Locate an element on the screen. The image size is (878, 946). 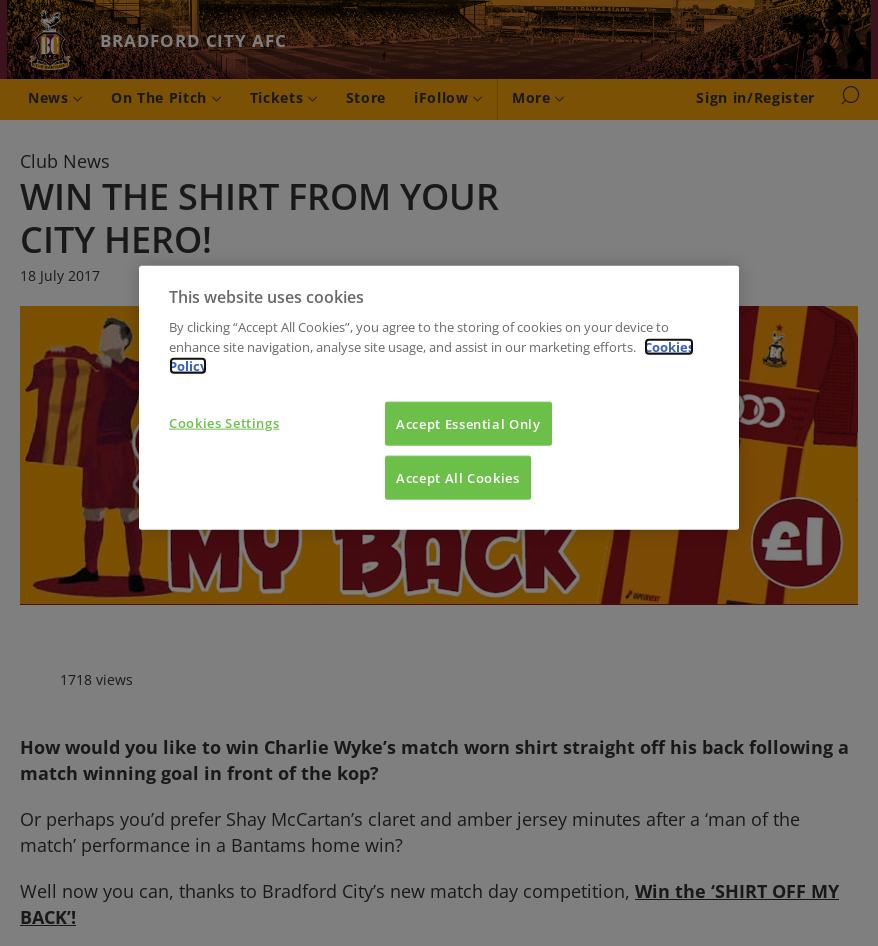
'Or perhaps you’d prefer Shay McCartan’s claret and amber jersey minutes after a ‘man of the match’ performance in a Bantams home win?' is located at coordinates (19, 832).